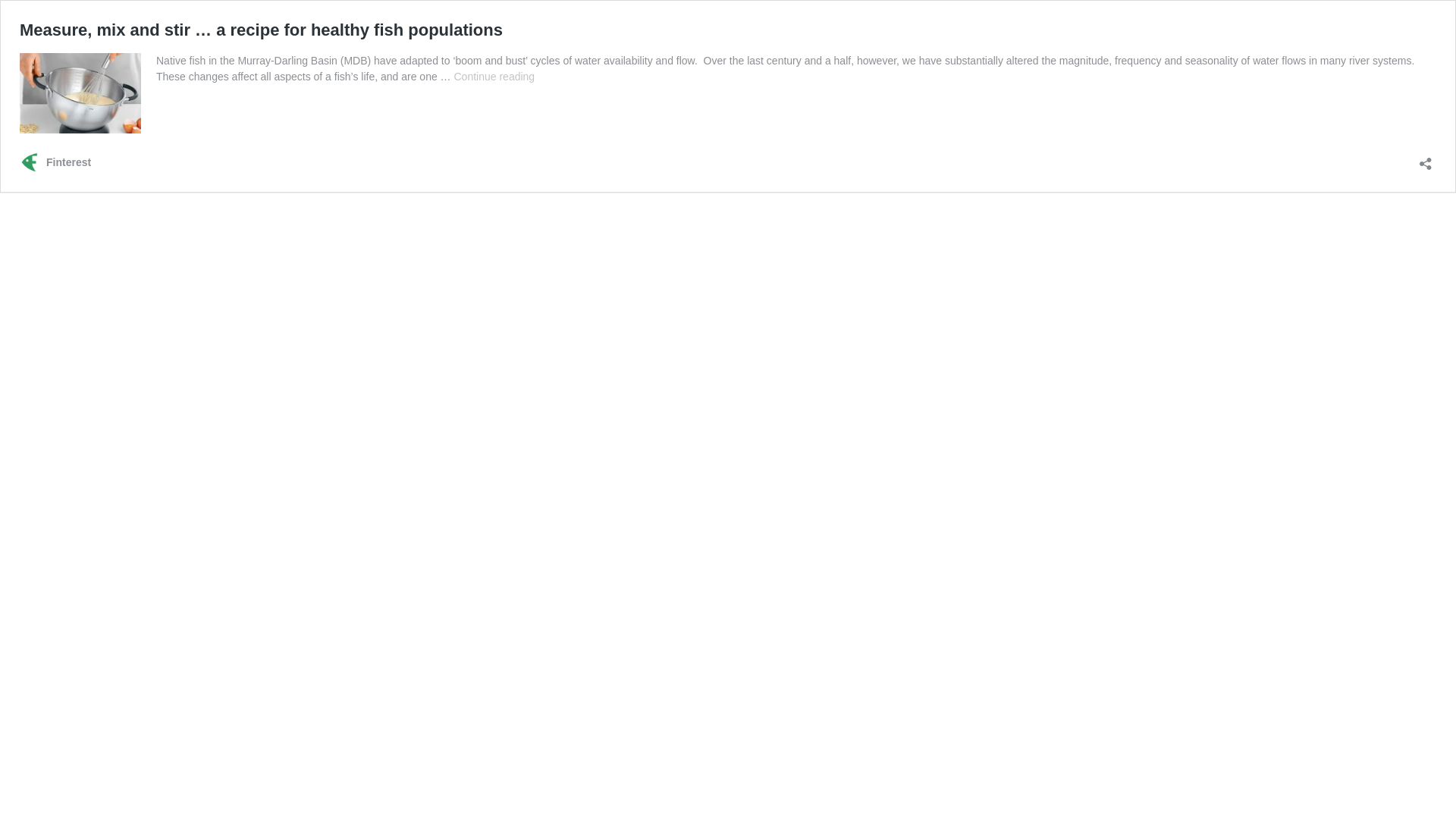  What do you see at coordinates (55, 162) in the screenshot?
I see `'Finterest'` at bounding box center [55, 162].